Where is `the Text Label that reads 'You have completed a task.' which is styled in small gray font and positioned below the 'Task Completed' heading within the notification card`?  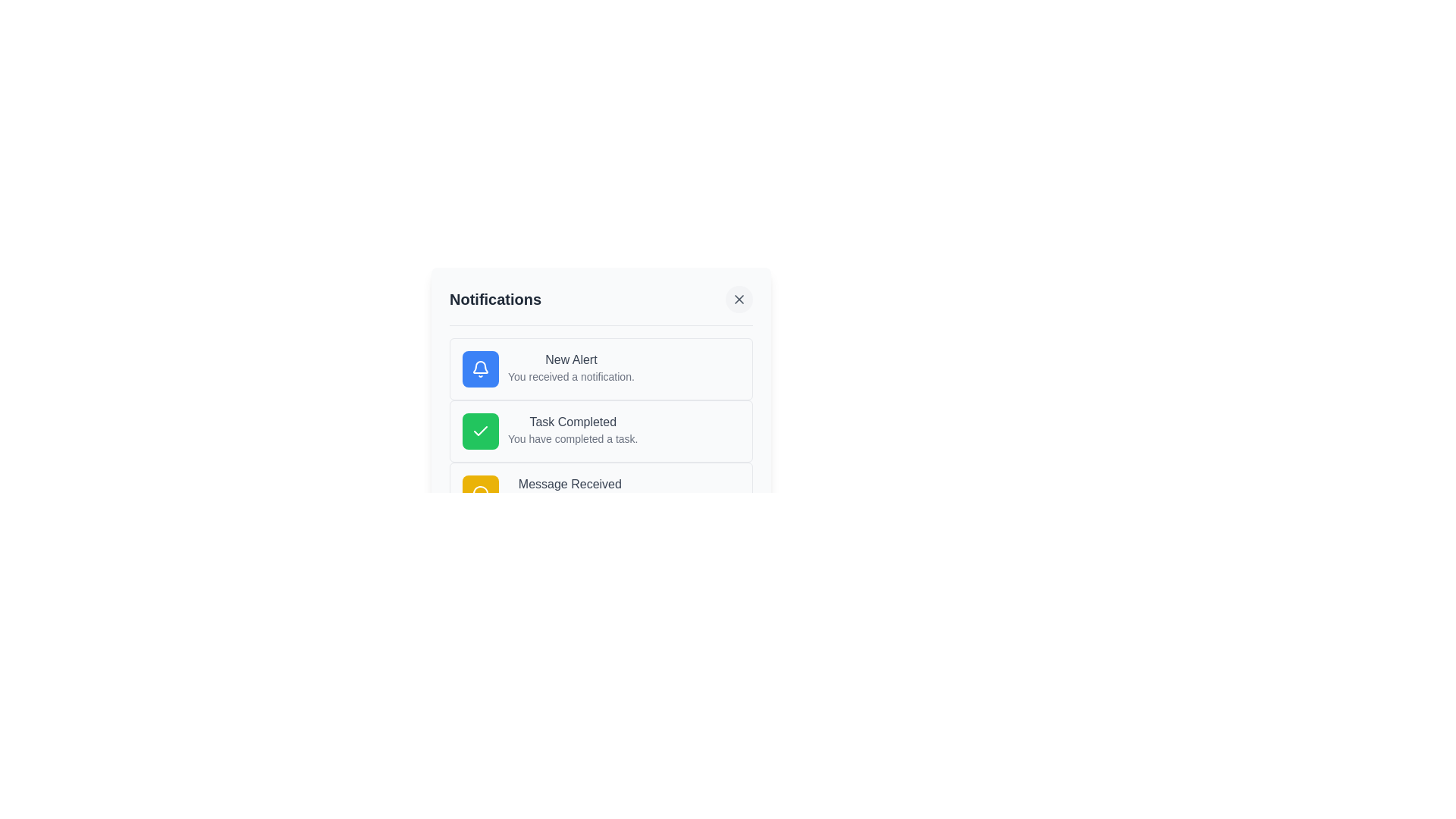 the Text Label that reads 'You have completed a task.' which is styled in small gray font and positioned below the 'Task Completed' heading within the notification card is located at coordinates (572, 438).